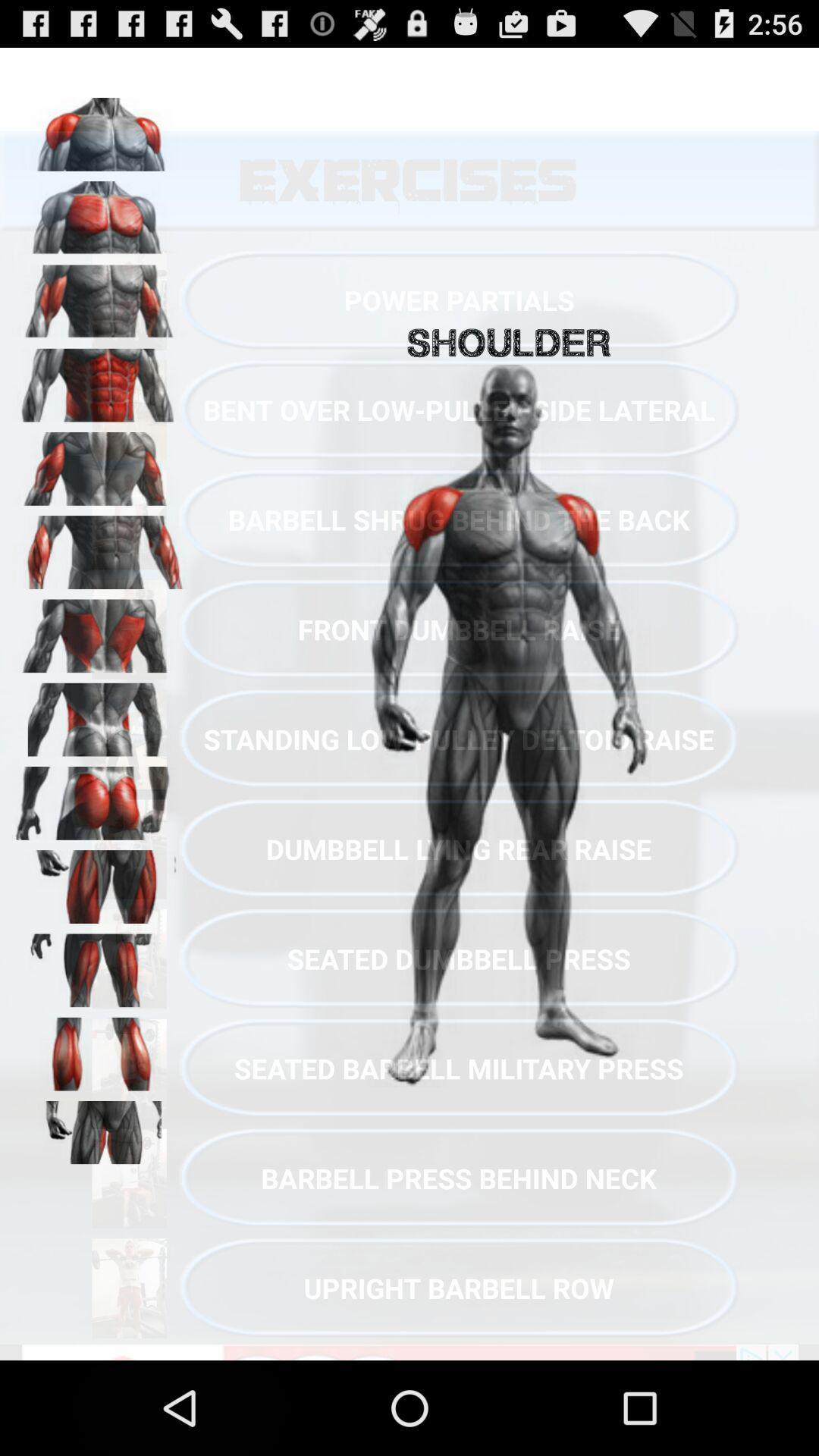  Describe the element at coordinates (99, 463) in the screenshot. I see `different workout body region` at that location.